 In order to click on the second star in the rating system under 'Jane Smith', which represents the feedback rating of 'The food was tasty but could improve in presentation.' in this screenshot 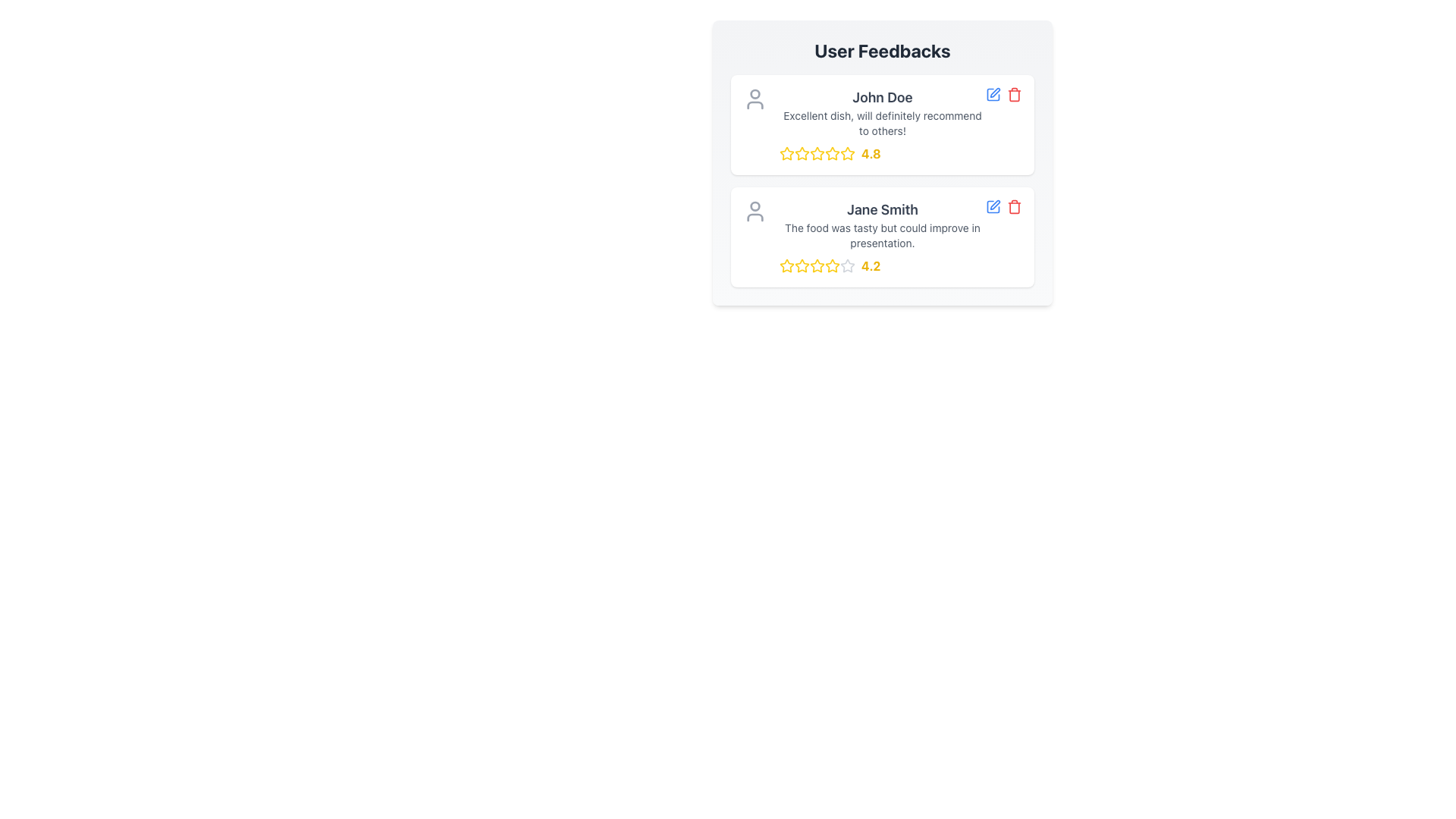, I will do `click(817, 265)`.